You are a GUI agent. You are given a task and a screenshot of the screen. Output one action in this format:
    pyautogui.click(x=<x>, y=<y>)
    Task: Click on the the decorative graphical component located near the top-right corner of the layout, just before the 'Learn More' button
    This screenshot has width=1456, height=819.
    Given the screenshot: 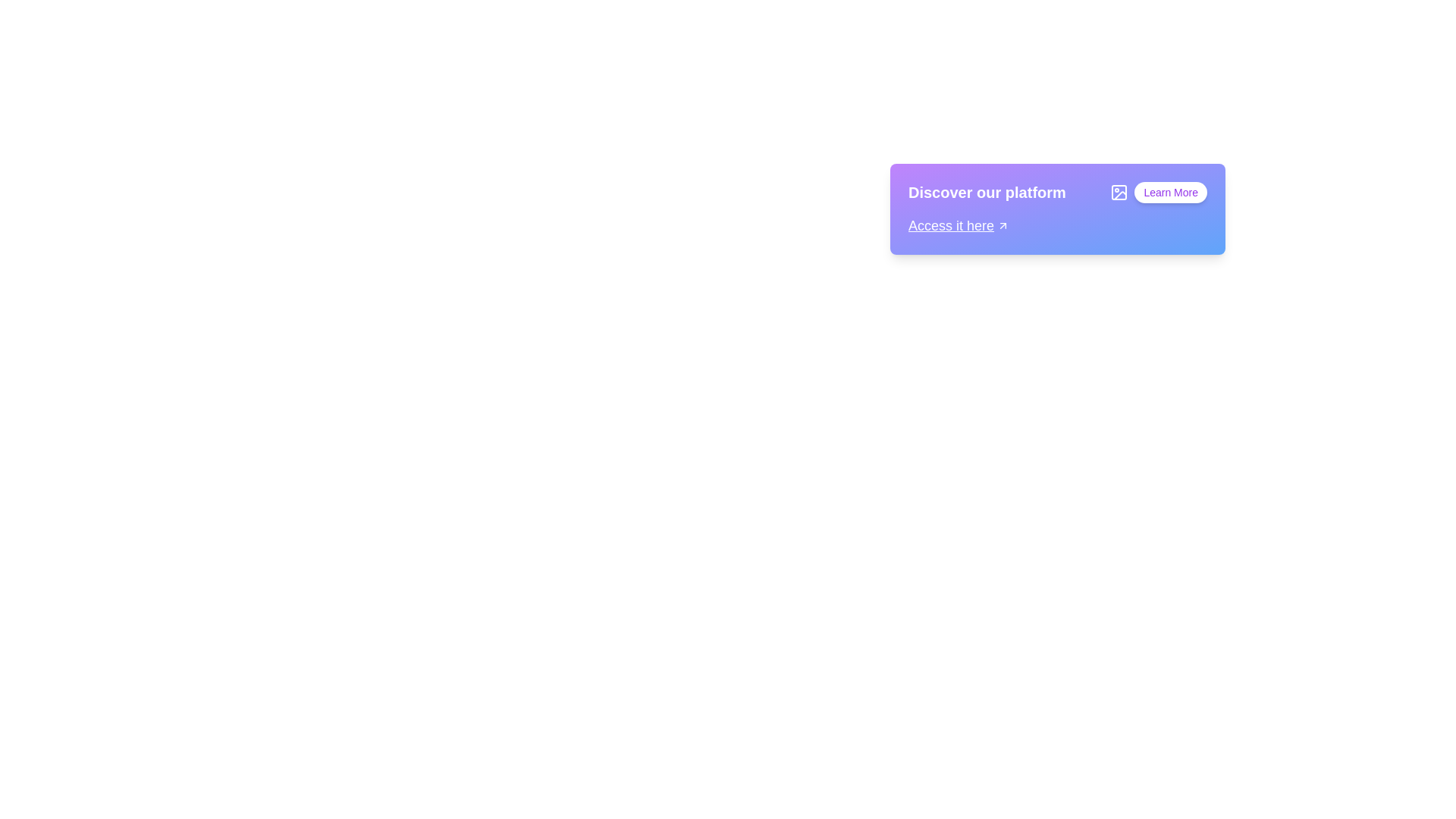 What is the action you would take?
    pyautogui.click(x=1119, y=192)
    